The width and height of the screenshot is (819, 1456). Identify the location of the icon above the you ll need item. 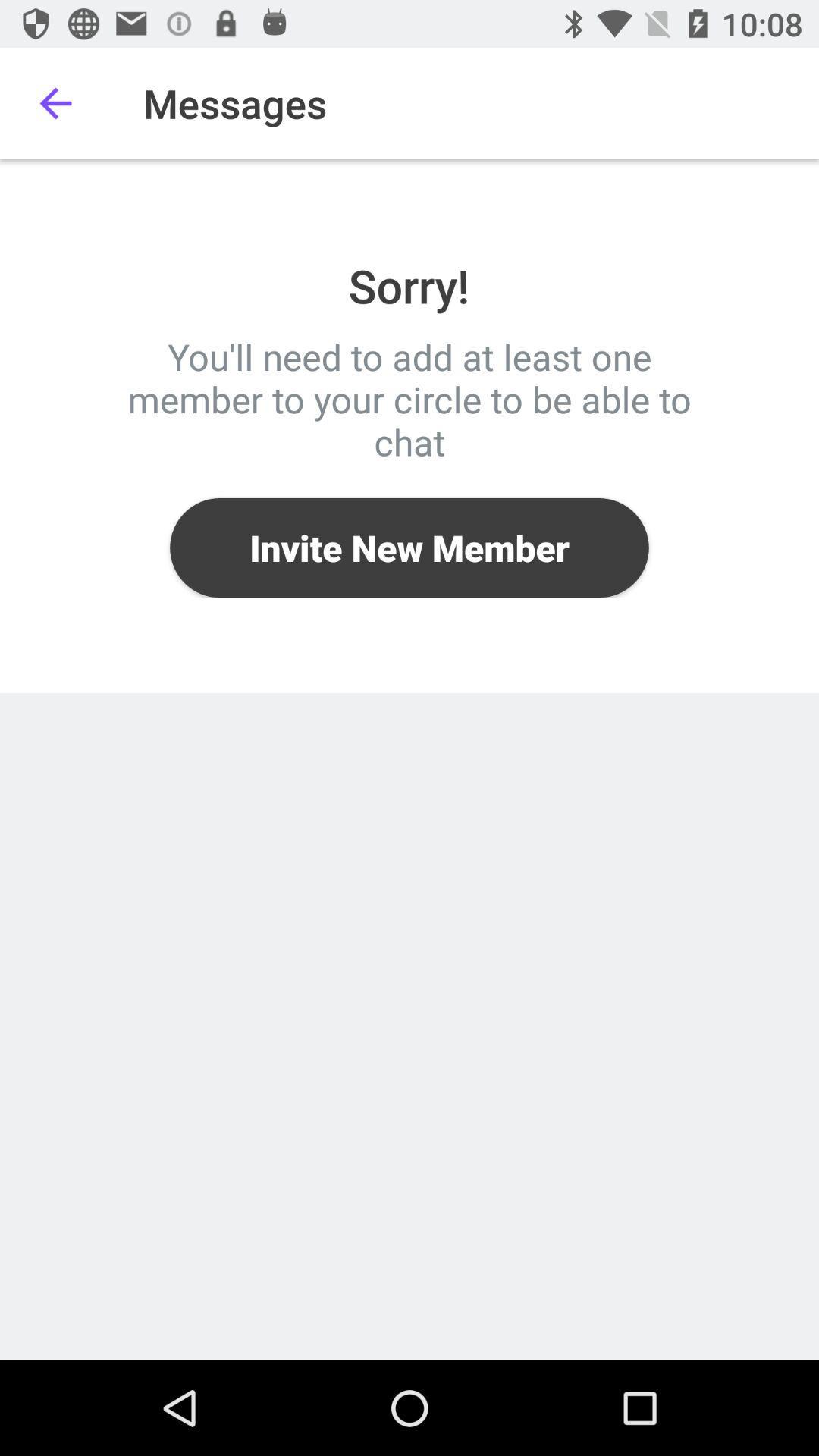
(55, 102).